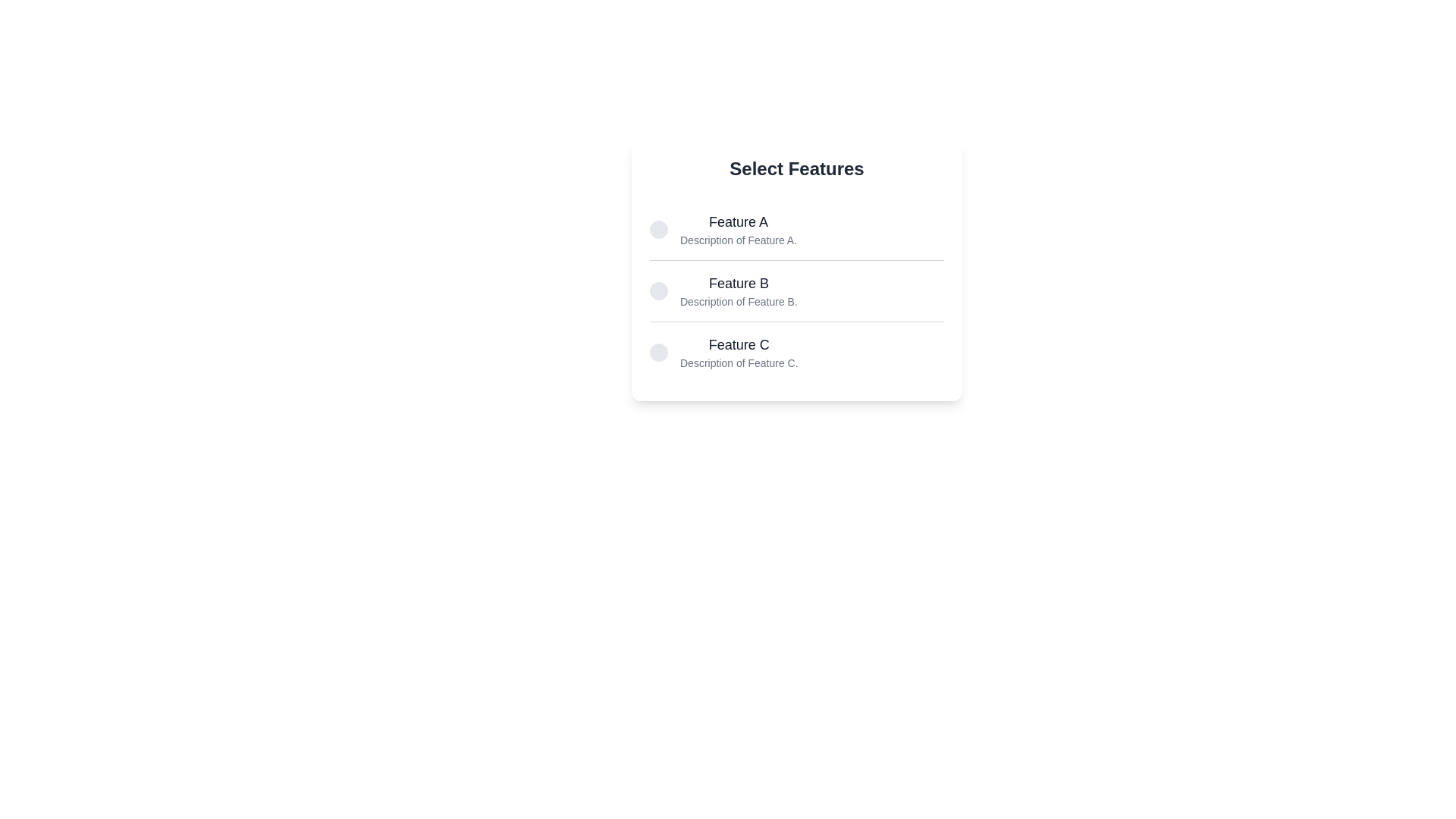  What do you see at coordinates (658, 230) in the screenshot?
I see `the center of the radio button for 'Feature A'` at bounding box center [658, 230].